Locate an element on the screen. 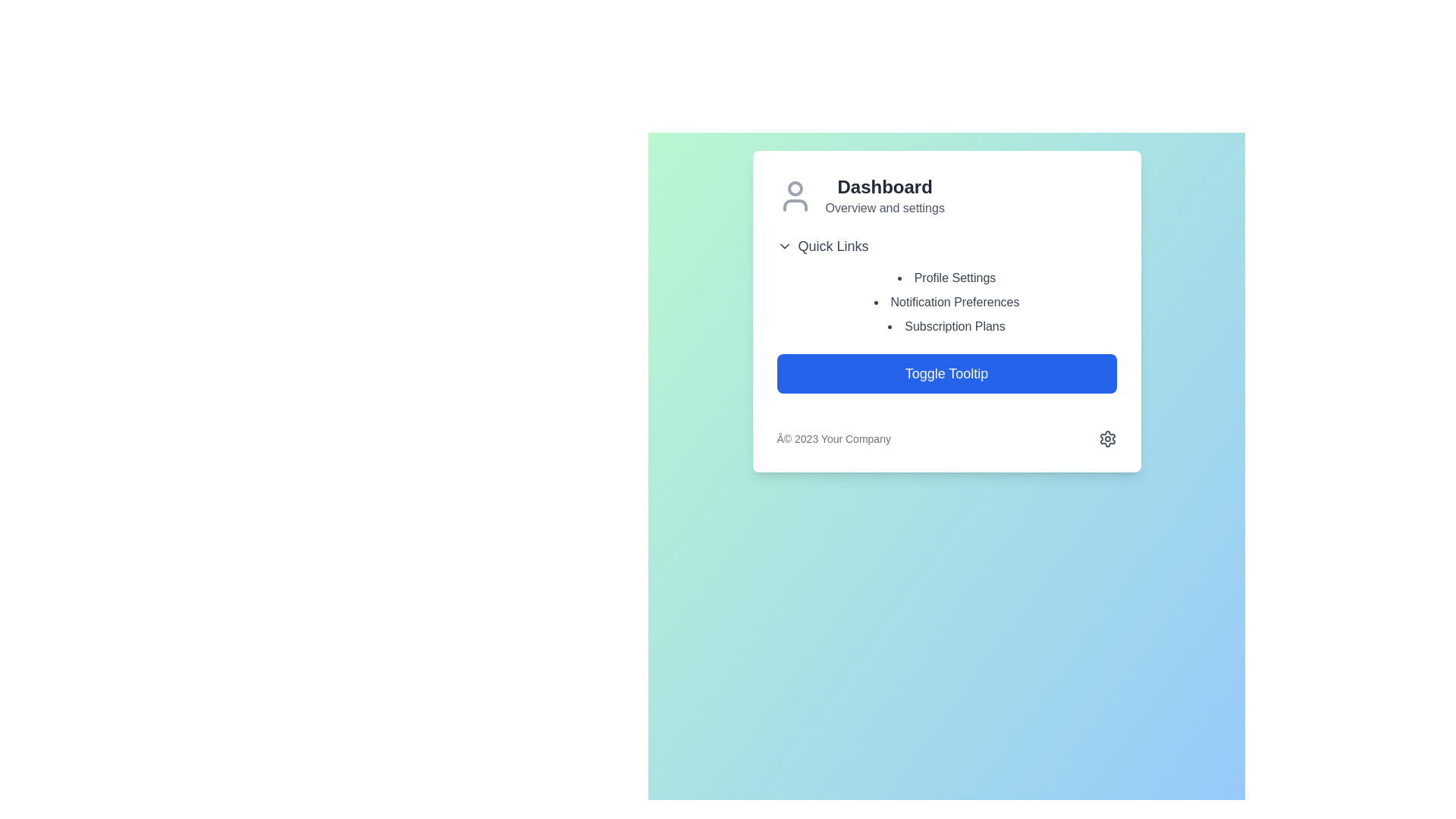 This screenshot has width=1456, height=819. the copyright notice text label located at the bottom-left corner of the footer, aligned to the left of the settings icon is located at coordinates (833, 438).